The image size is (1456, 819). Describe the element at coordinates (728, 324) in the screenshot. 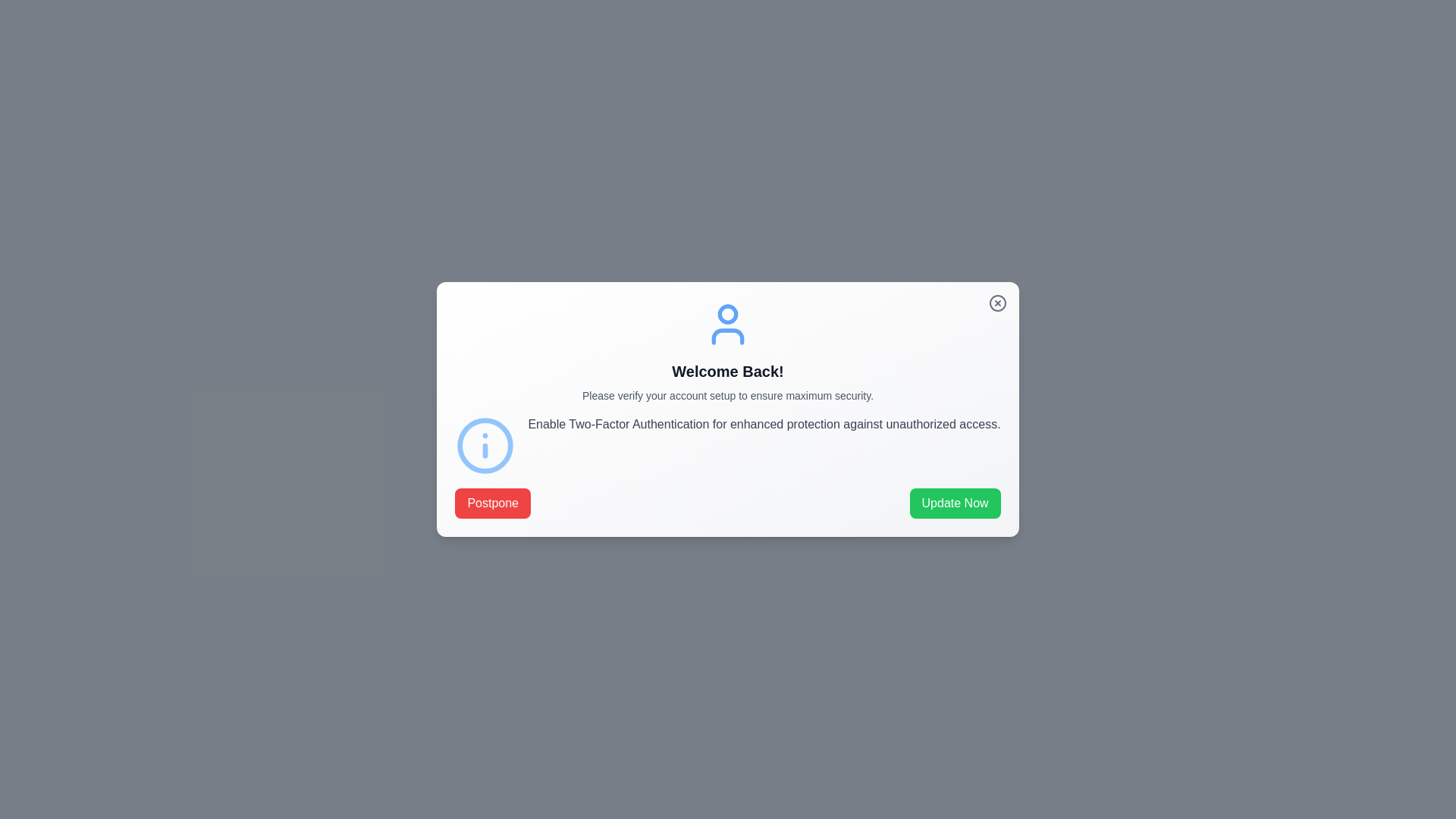

I see `the user avatar icon to initiate profile actions` at that location.